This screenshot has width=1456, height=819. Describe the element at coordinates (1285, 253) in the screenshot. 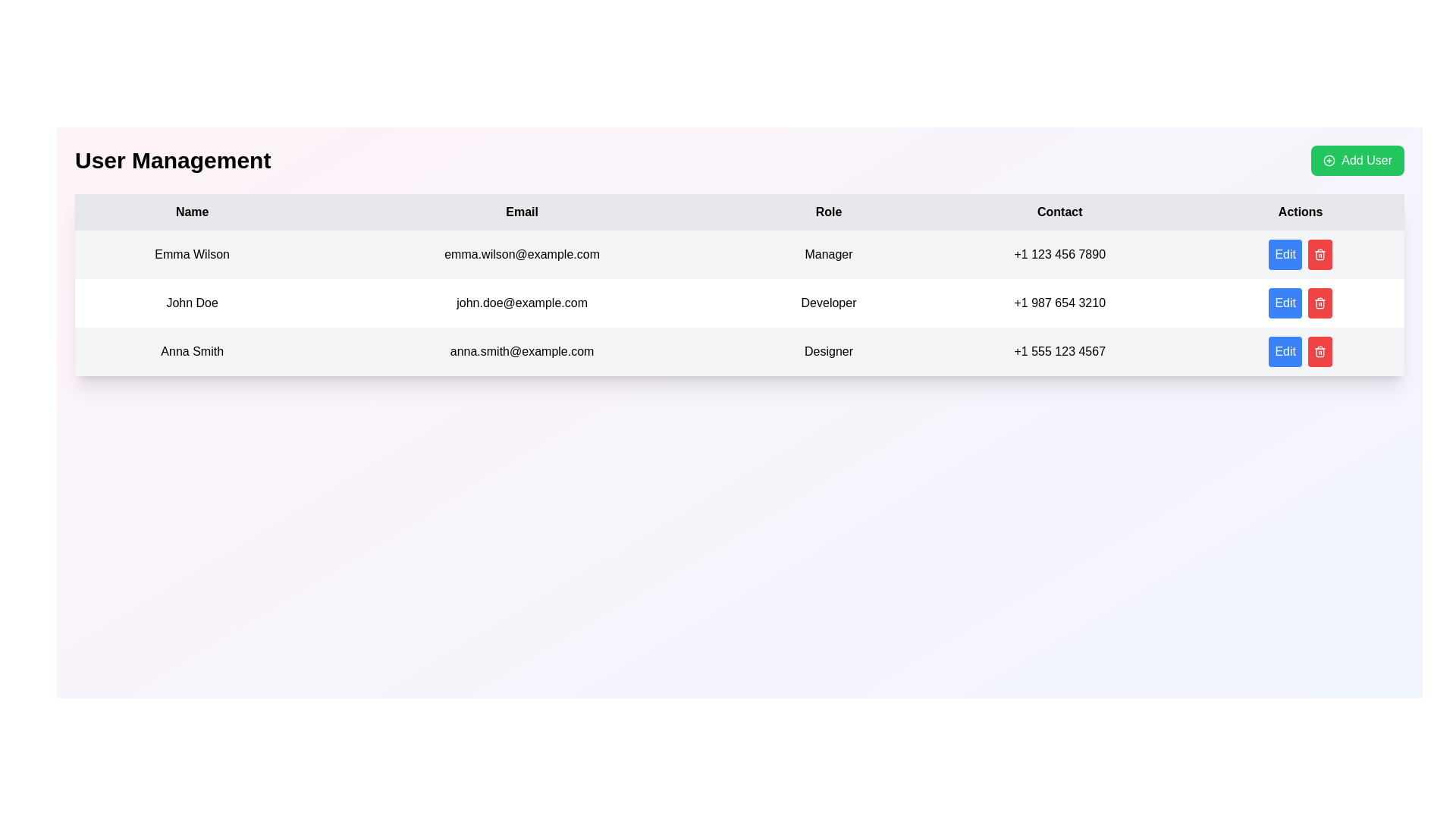

I see `the edit button in the 'Actions' column of the second row associated with 'John Doe' to observe style changes` at that location.